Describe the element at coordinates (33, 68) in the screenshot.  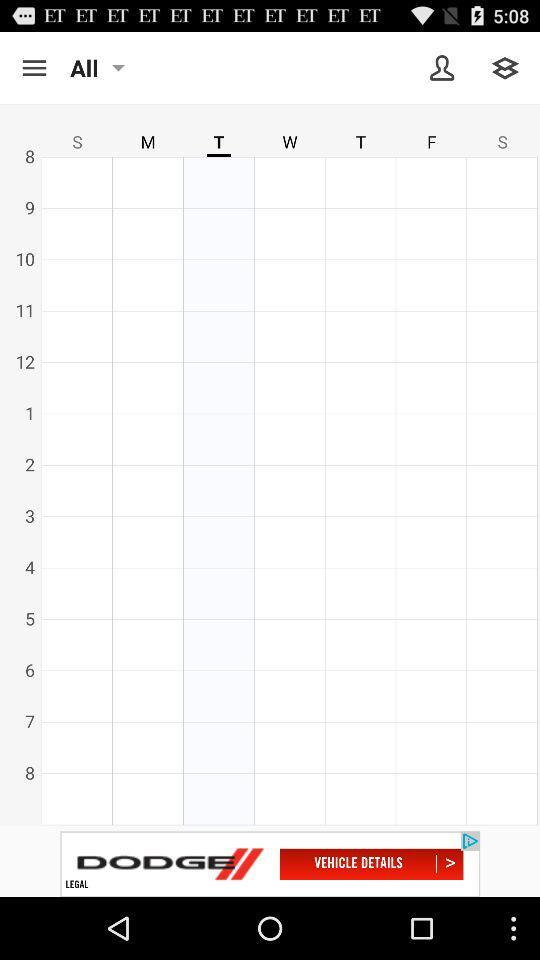
I see `search` at that location.